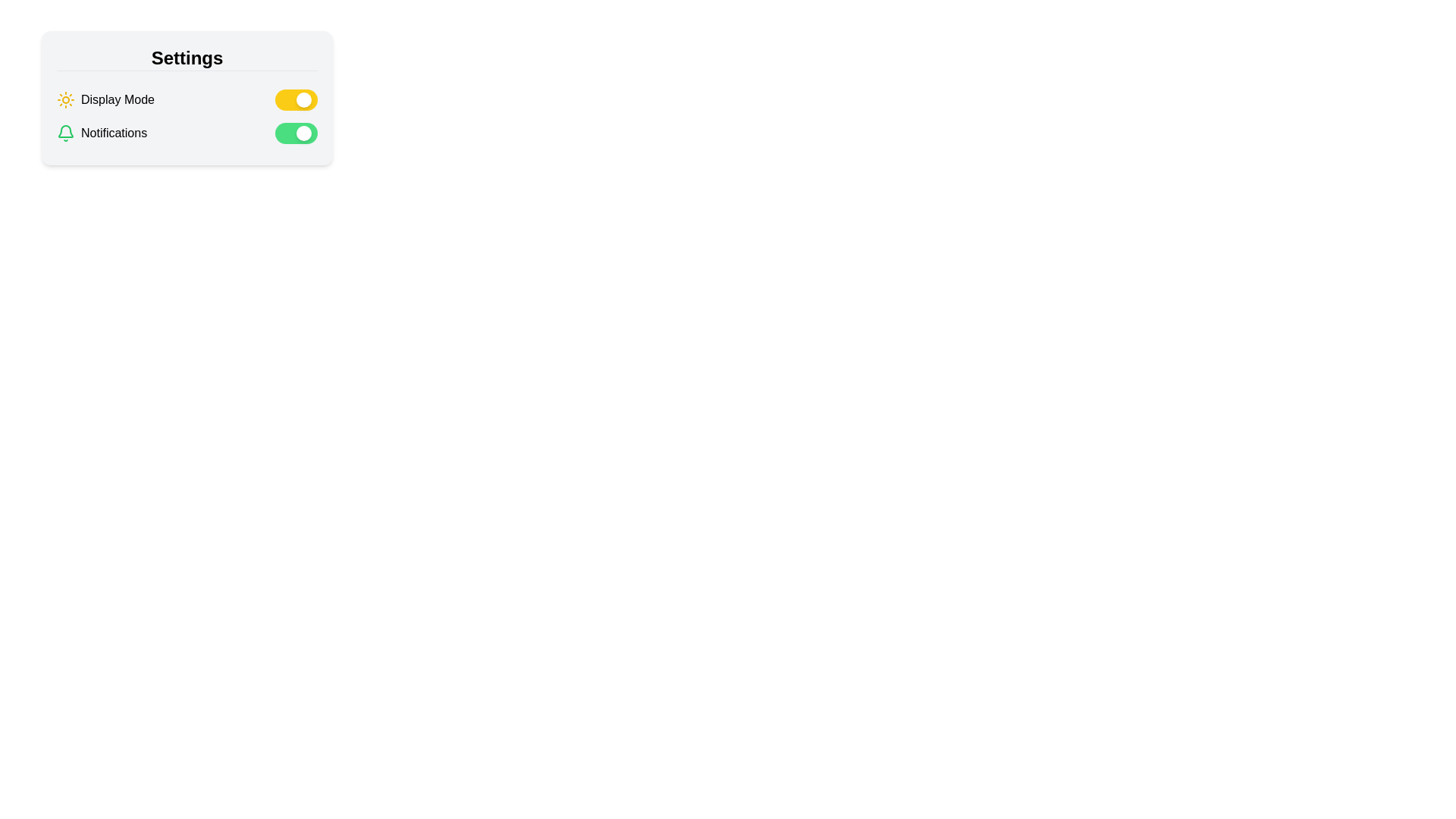 The image size is (1456, 819). Describe the element at coordinates (303, 133) in the screenshot. I see `the toggle handle, which is a small white circle with a shadow effect located on the right side of the toggle switch for Notifications in the settings interface` at that location.